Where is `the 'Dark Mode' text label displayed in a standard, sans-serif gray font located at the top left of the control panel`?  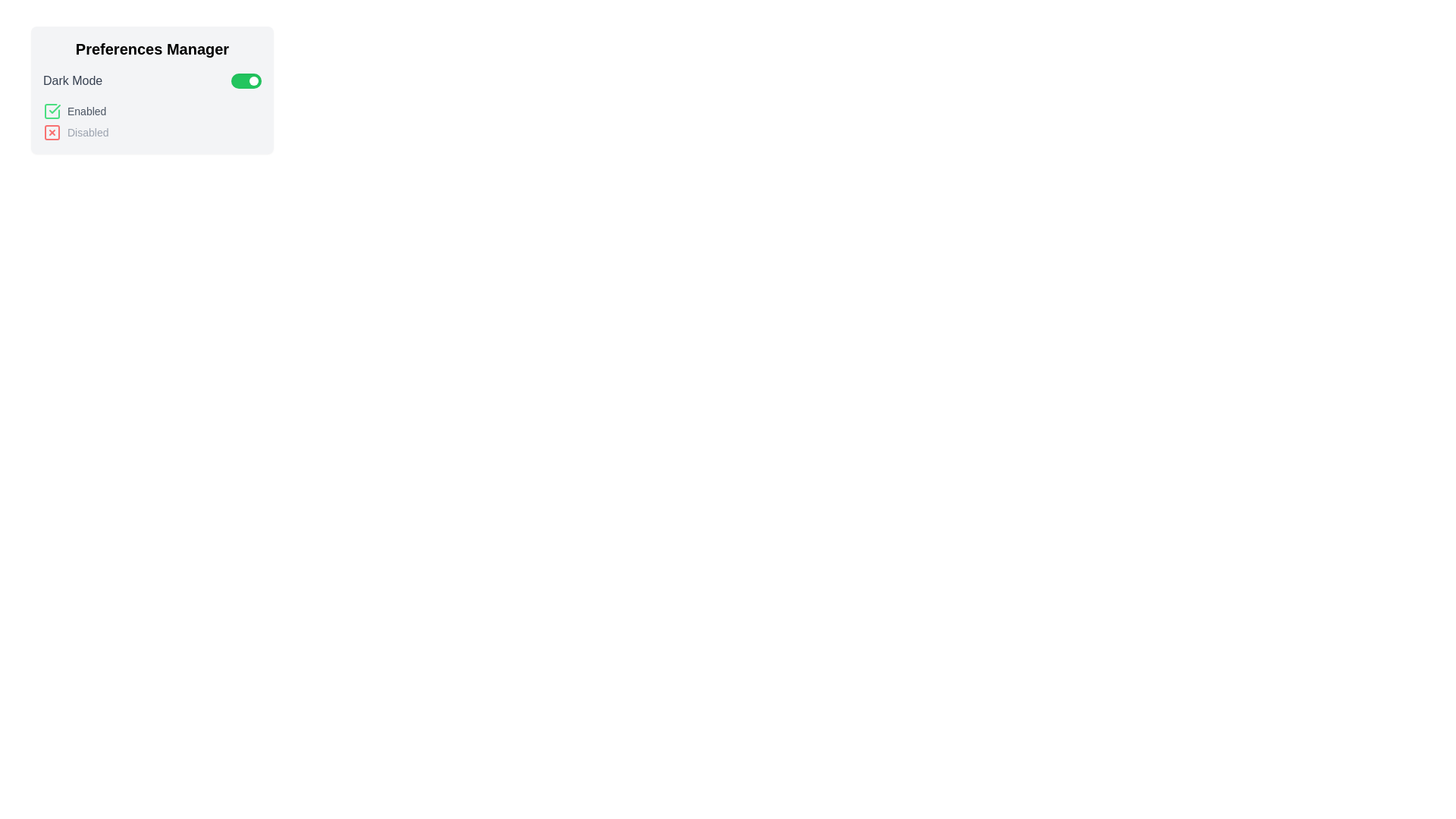
the 'Dark Mode' text label displayed in a standard, sans-serif gray font located at the top left of the control panel is located at coordinates (72, 81).